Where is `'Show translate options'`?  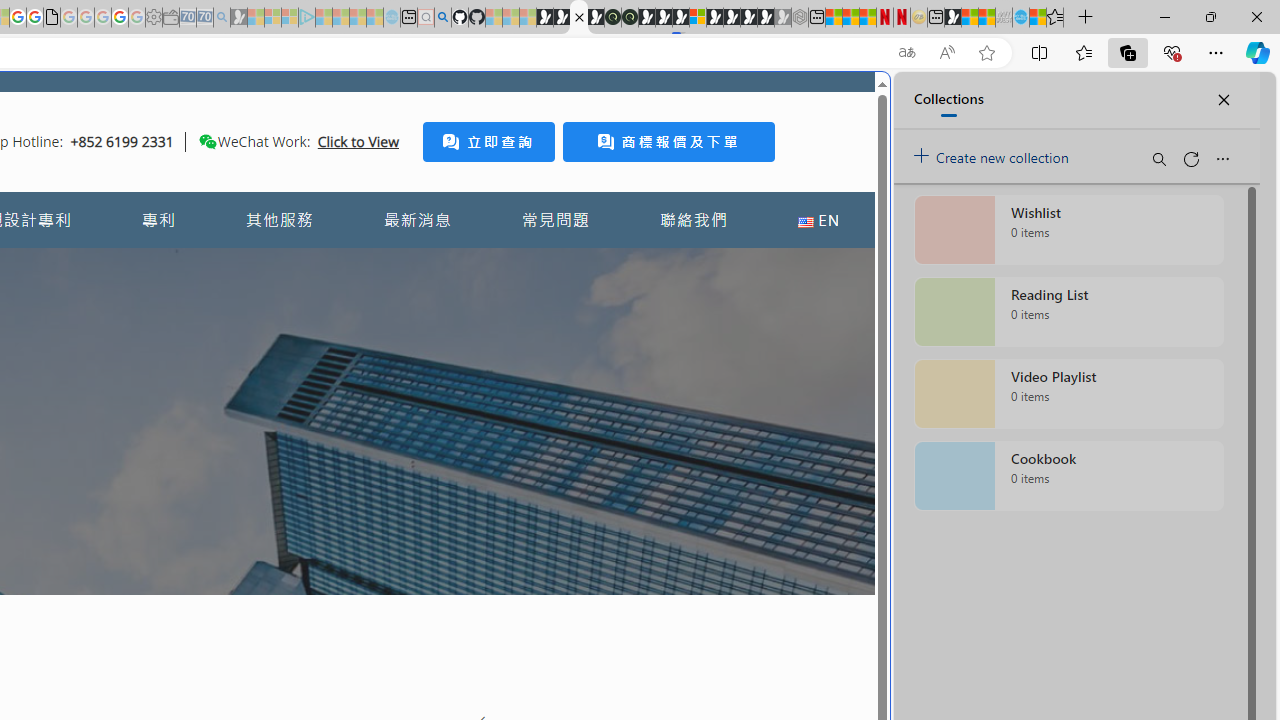 'Show translate options' is located at coordinates (905, 52).